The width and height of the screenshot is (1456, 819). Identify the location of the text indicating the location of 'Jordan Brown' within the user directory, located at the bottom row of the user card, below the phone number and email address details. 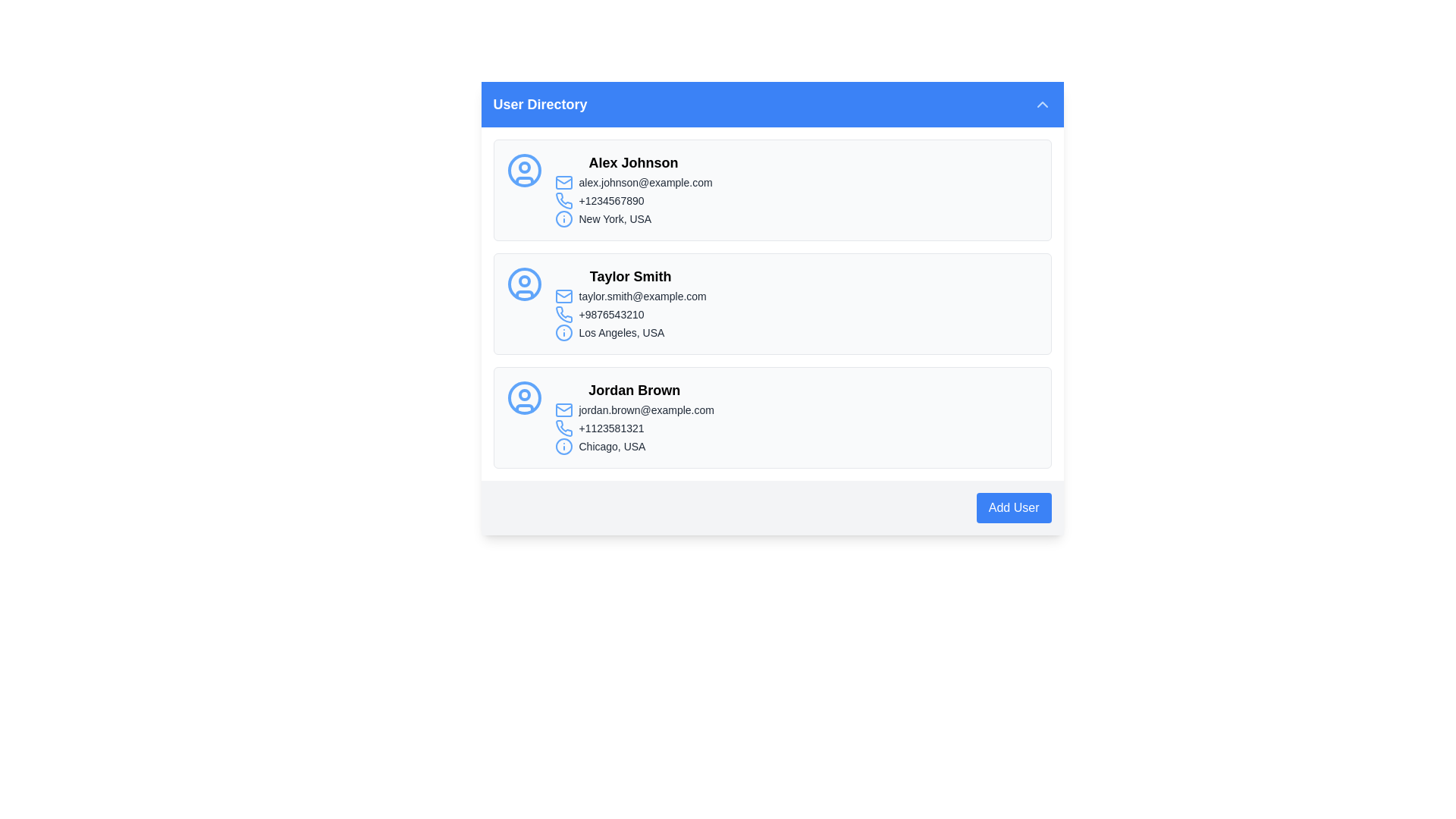
(634, 446).